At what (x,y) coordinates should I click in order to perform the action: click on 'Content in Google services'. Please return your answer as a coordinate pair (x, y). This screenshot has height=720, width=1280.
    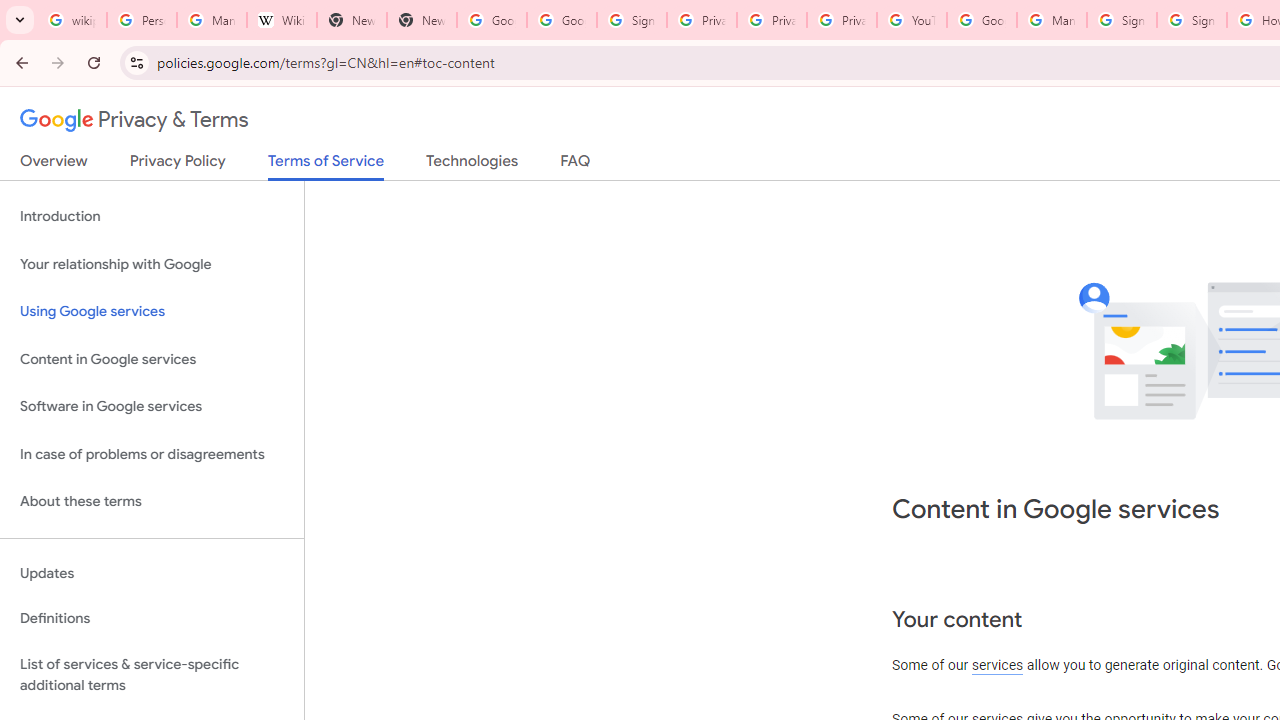
    Looking at the image, I should click on (151, 358).